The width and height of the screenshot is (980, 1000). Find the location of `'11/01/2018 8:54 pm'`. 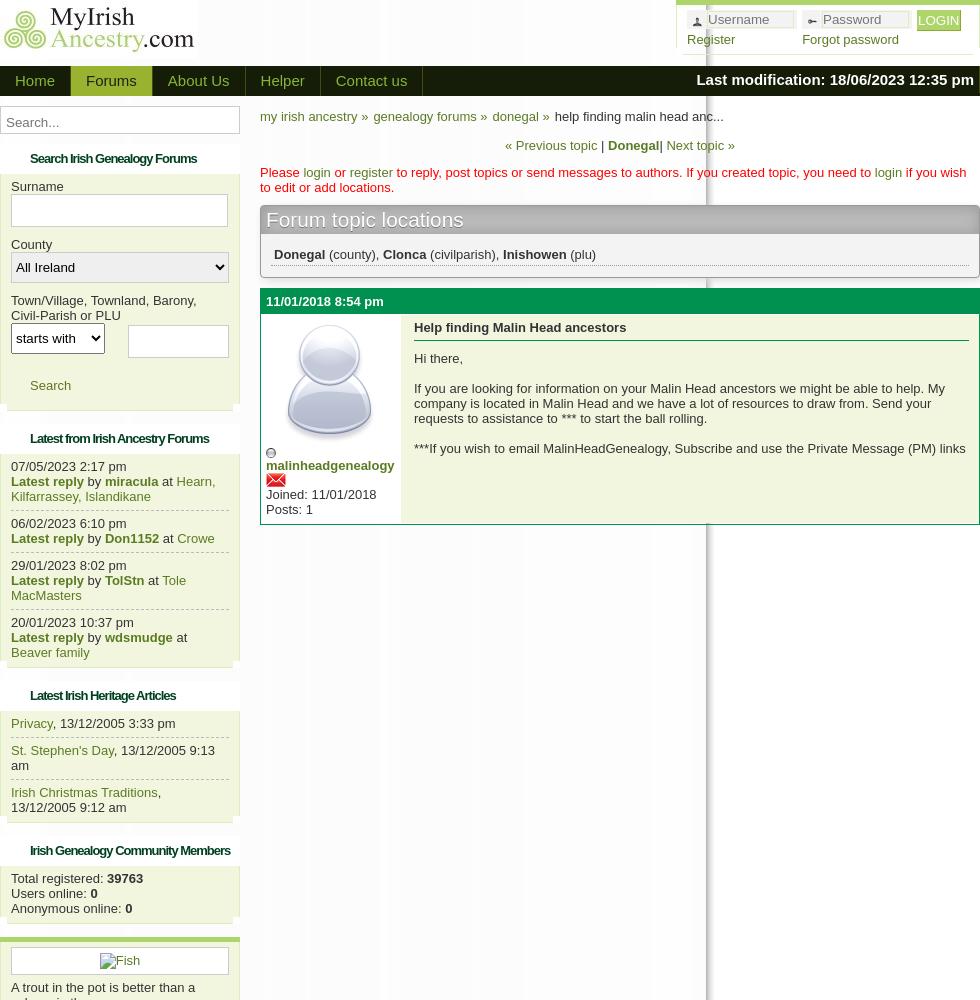

'11/01/2018 8:54 pm' is located at coordinates (324, 301).